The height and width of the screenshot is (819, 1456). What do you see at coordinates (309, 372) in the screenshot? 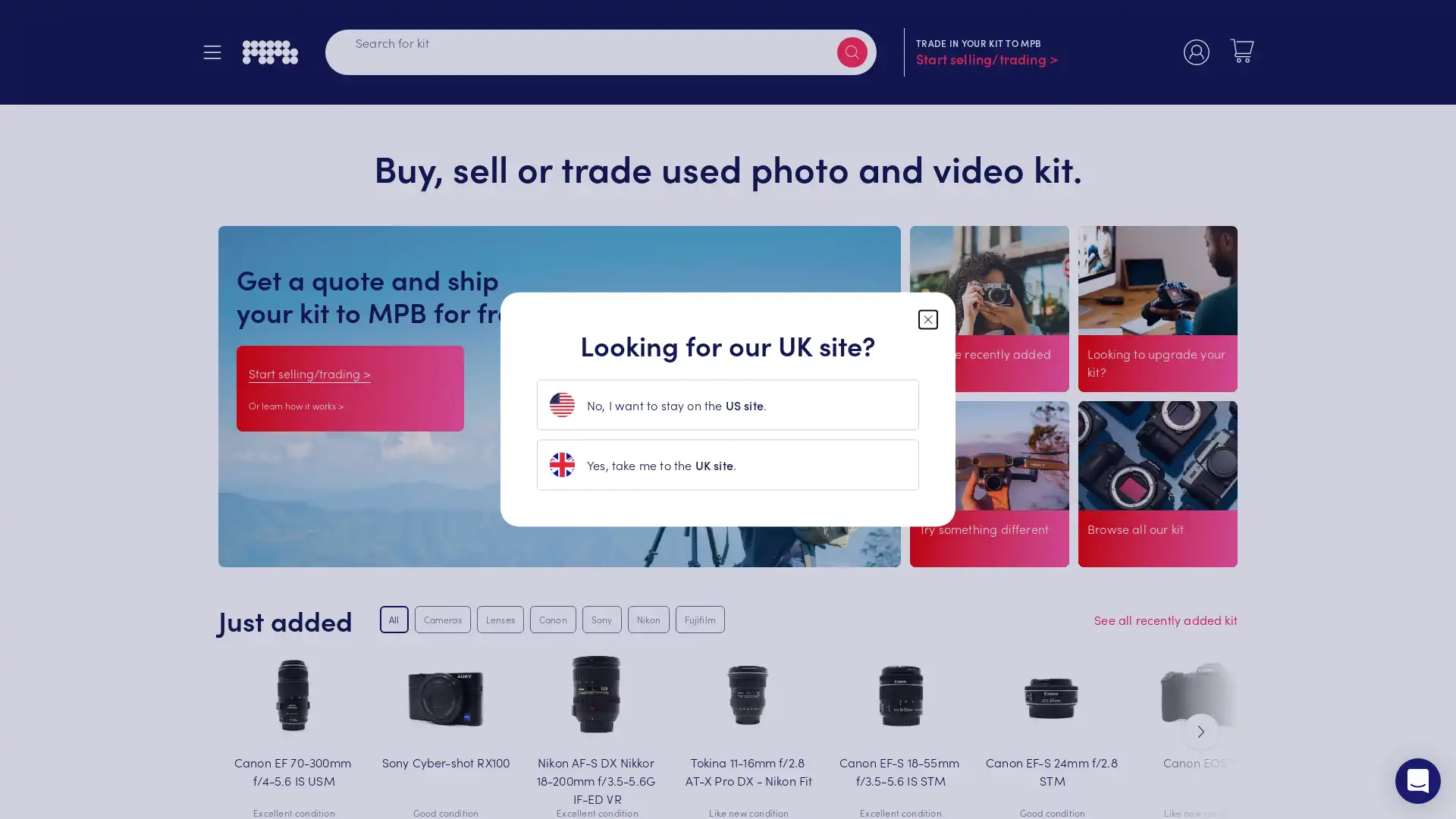
I see `Start selling/trading >` at bounding box center [309, 372].